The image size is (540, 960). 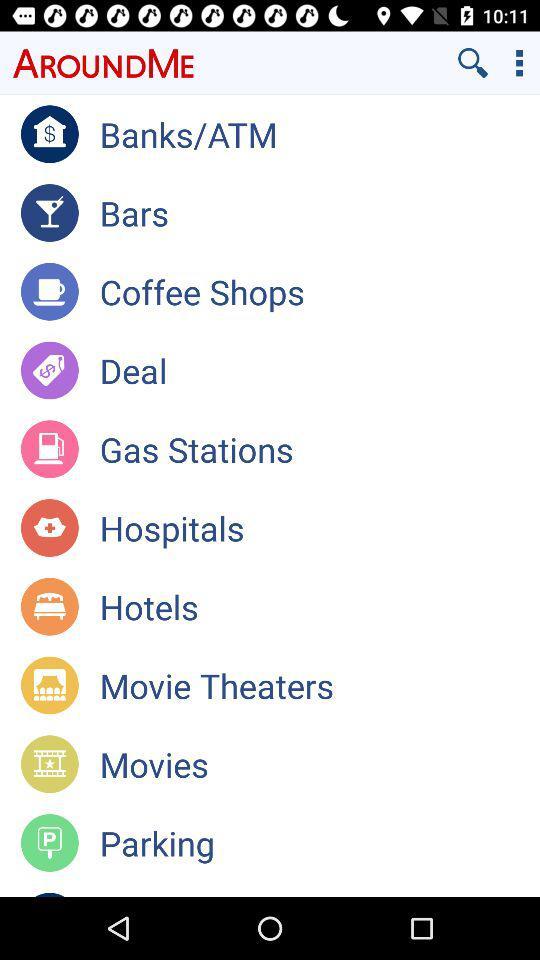 I want to click on the item below banks/atm, so click(x=319, y=213).